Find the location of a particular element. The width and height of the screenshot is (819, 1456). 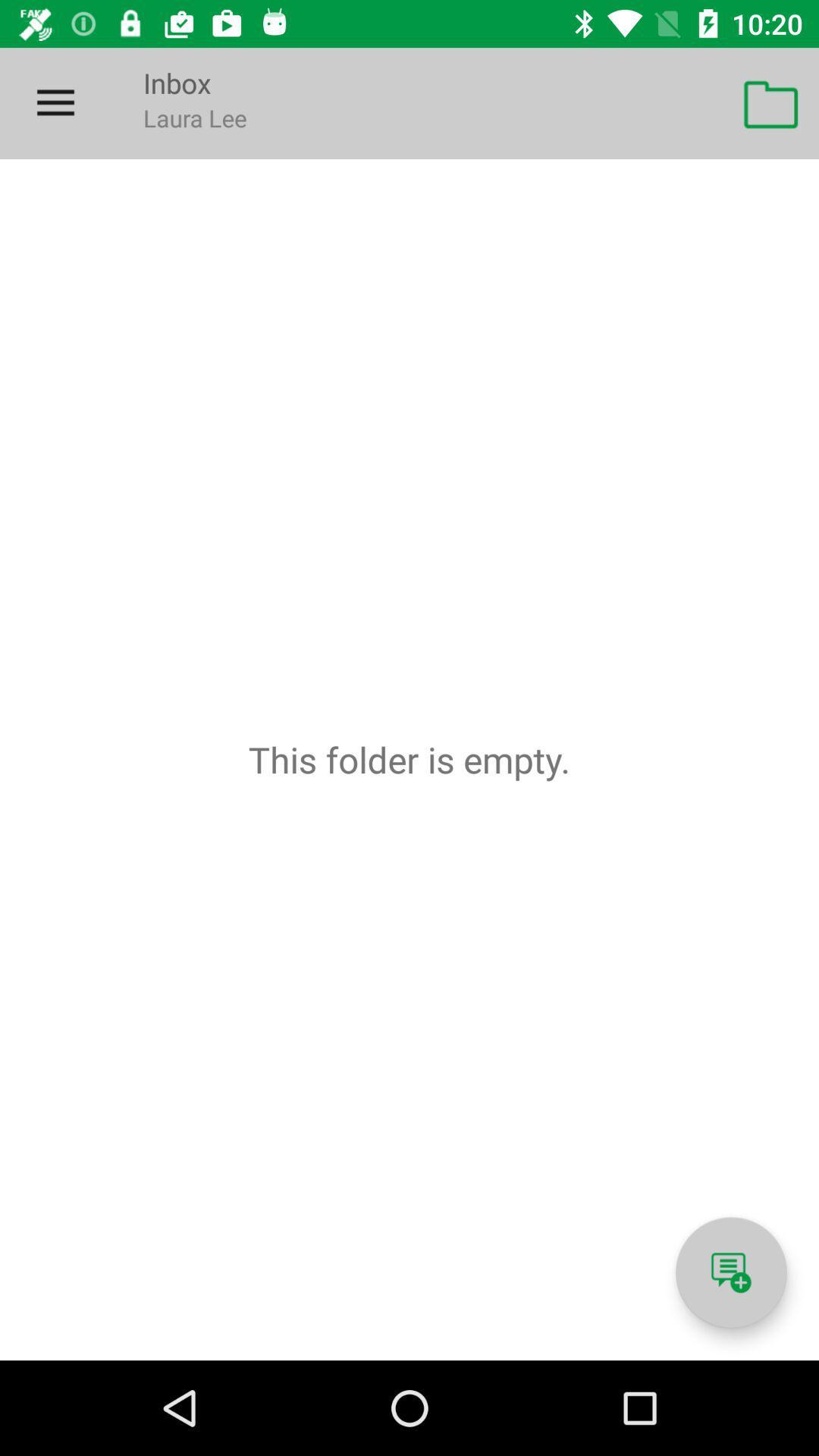

live chat is located at coordinates (730, 1272).